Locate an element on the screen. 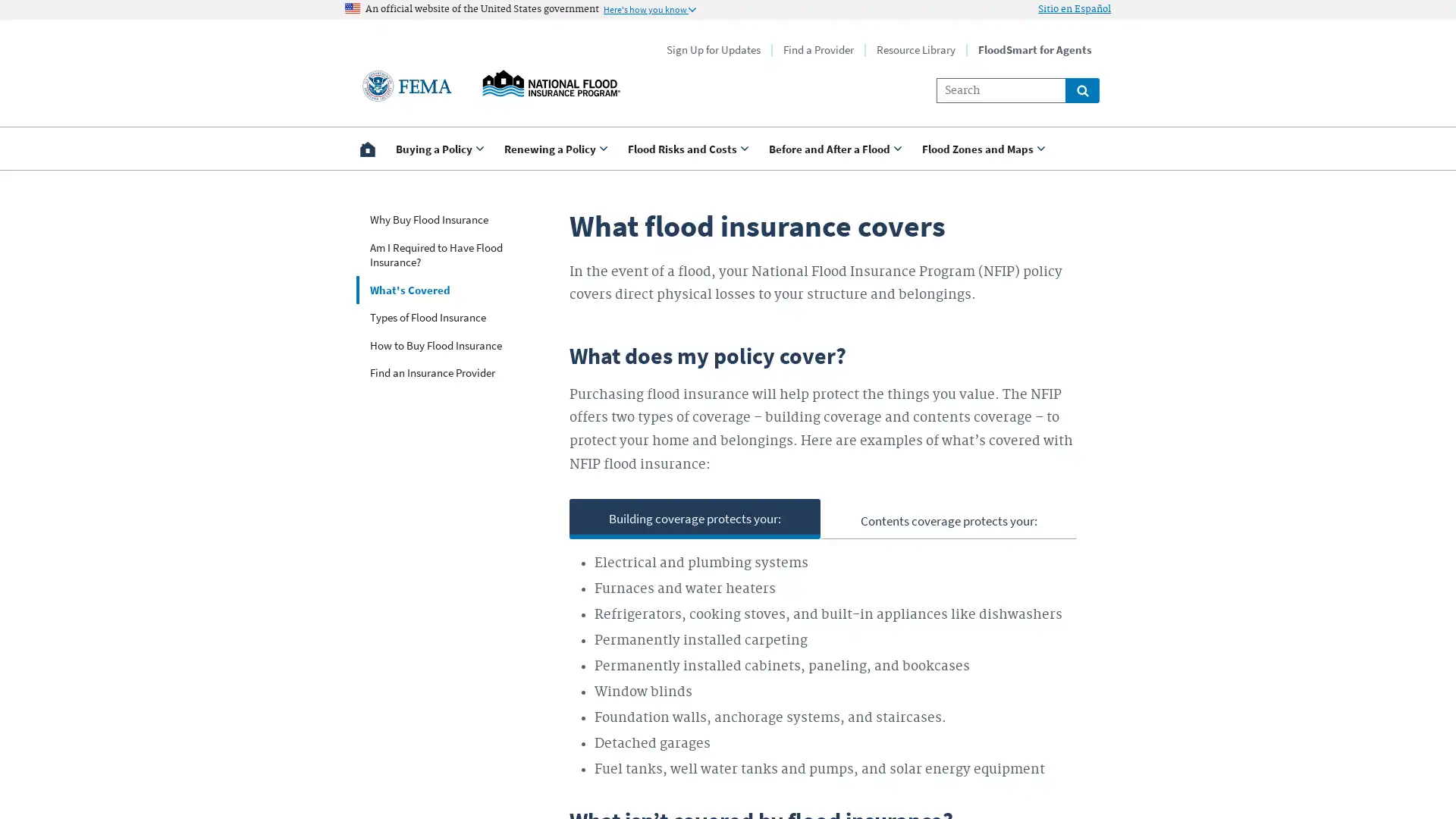 This screenshot has width=1456, height=819. Use <enter> and shift + <enter> to open and close the drop down to sub-menus is located at coordinates (836, 148).